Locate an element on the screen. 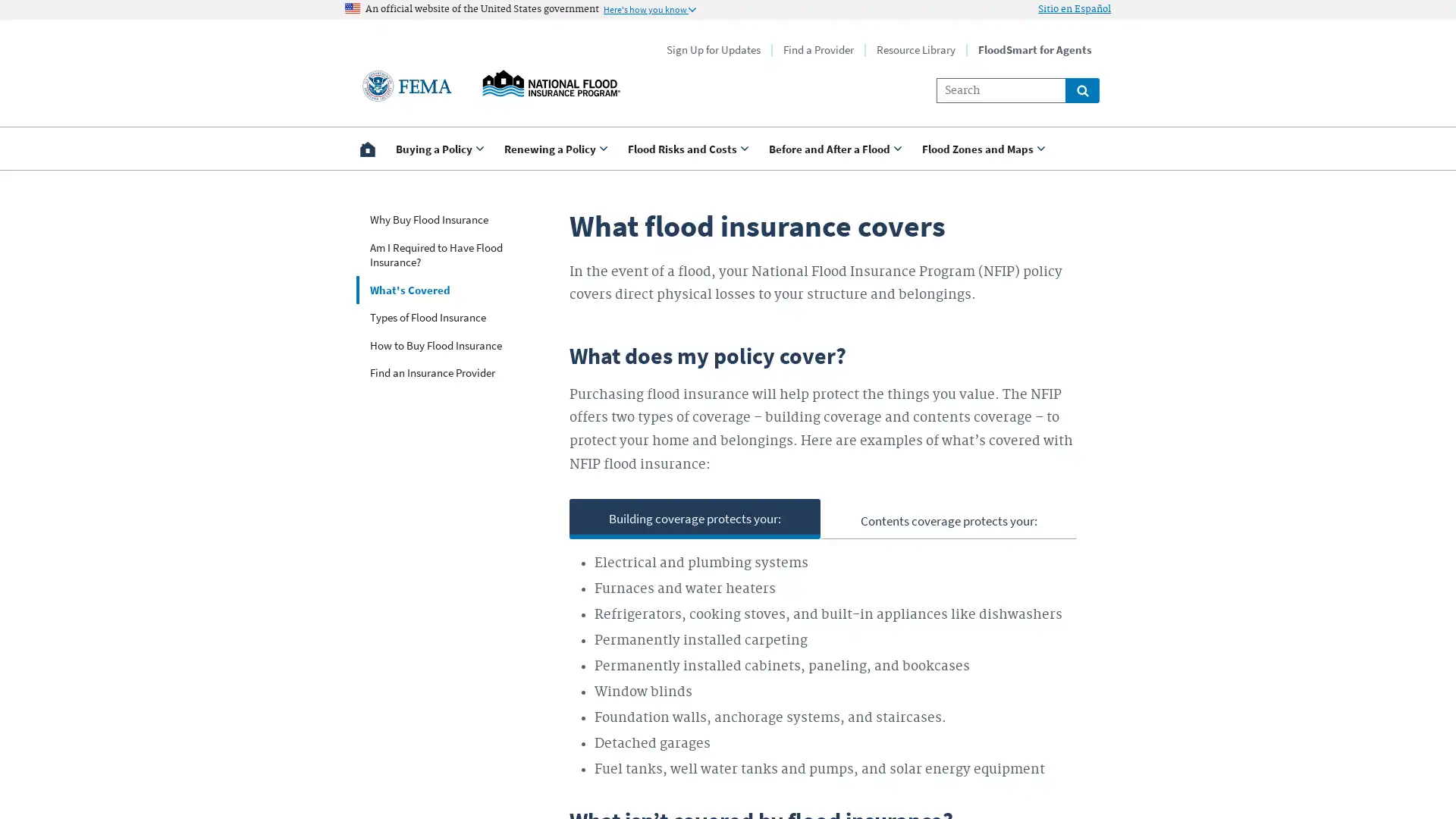 This screenshot has width=1456, height=819. Use <enter> and shift + <enter> to open and close the drop down to sub-menus is located at coordinates (836, 148).